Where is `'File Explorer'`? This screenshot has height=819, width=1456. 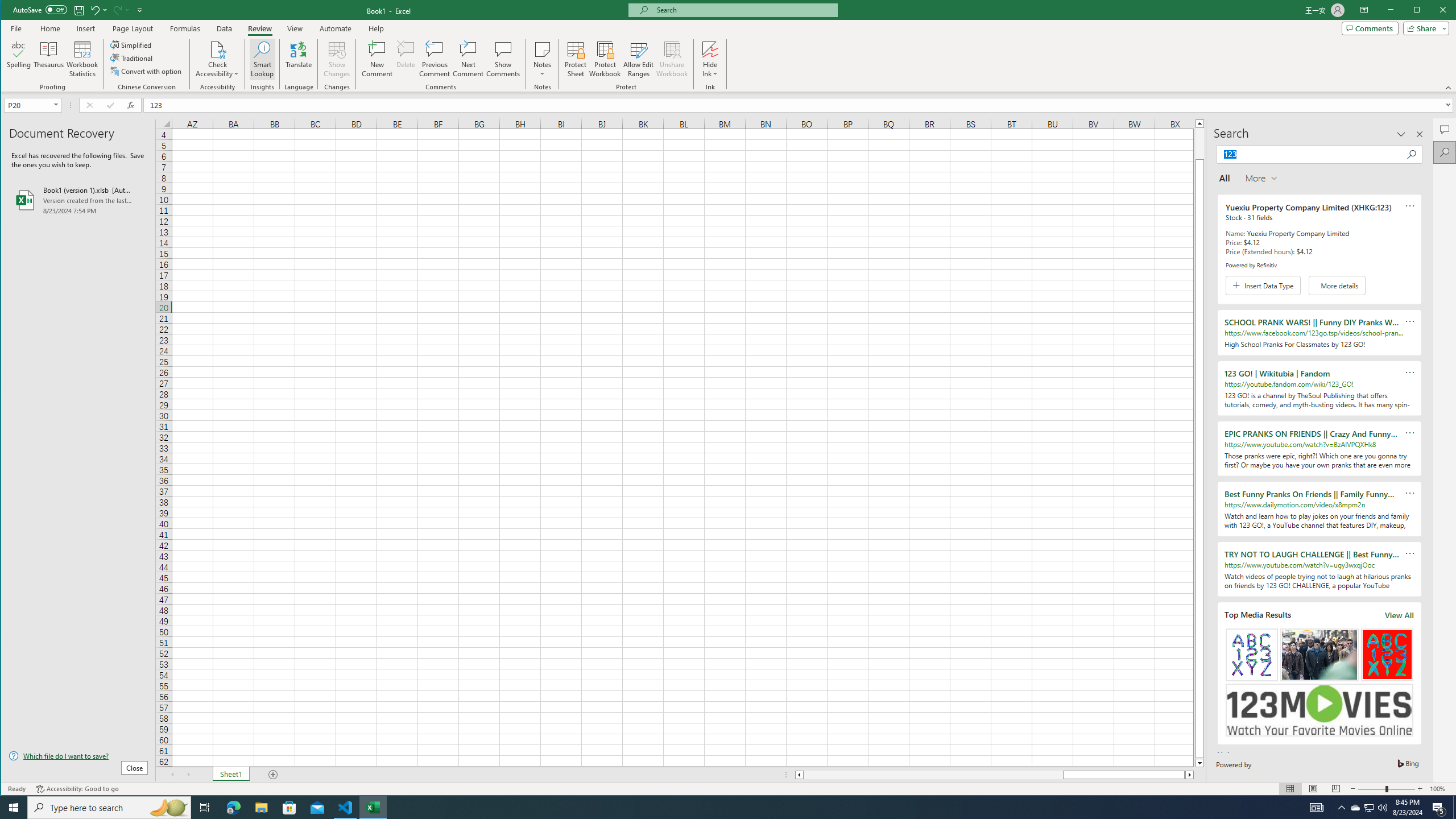
'File Explorer' is located at coordinates (260, 806).